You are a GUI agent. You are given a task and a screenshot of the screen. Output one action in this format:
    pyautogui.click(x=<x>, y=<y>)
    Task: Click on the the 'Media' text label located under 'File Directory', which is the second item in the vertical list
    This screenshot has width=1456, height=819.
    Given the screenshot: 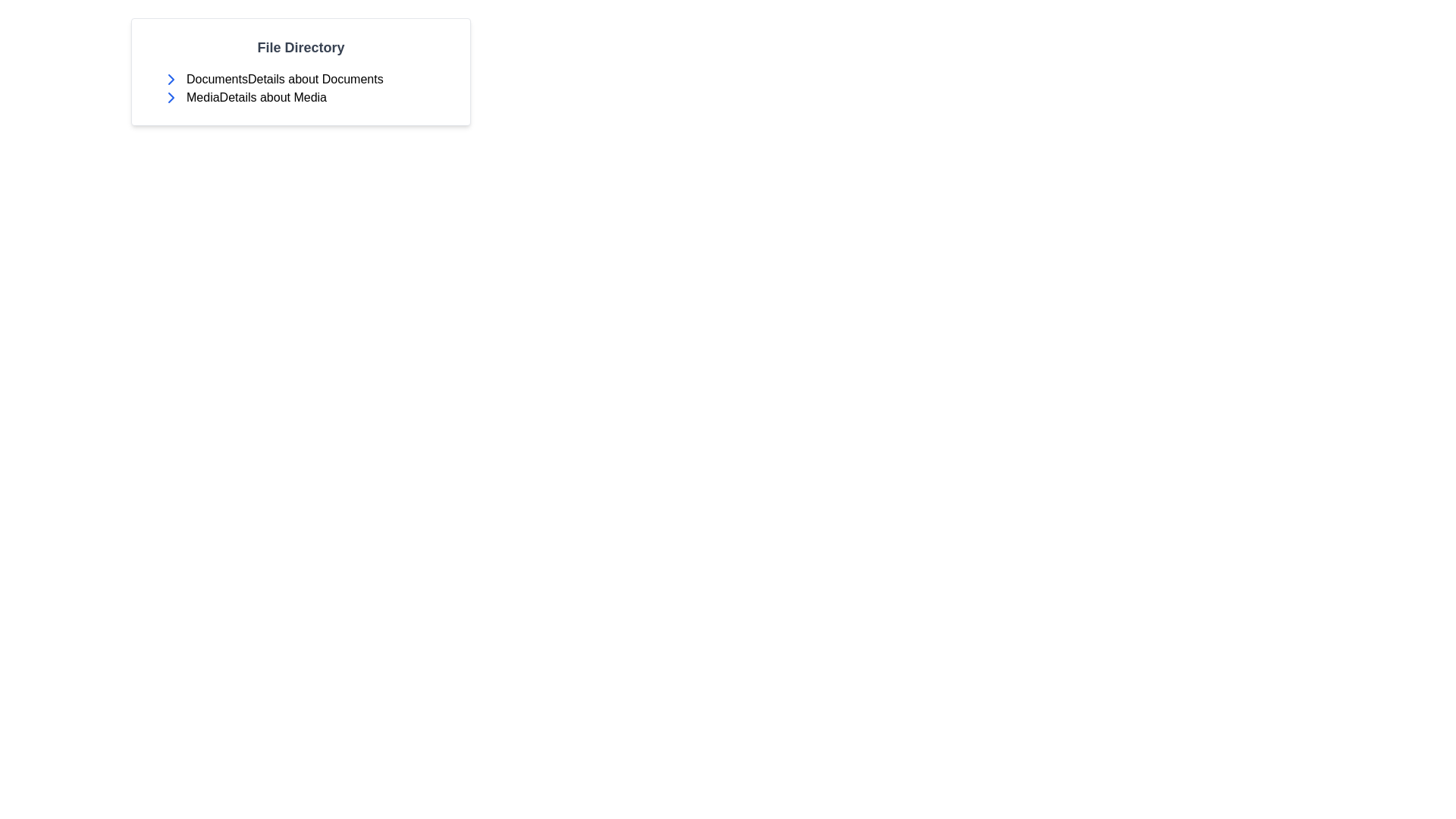 What is the action you would take?
    pyautogui.click(x=306, y=97)
    